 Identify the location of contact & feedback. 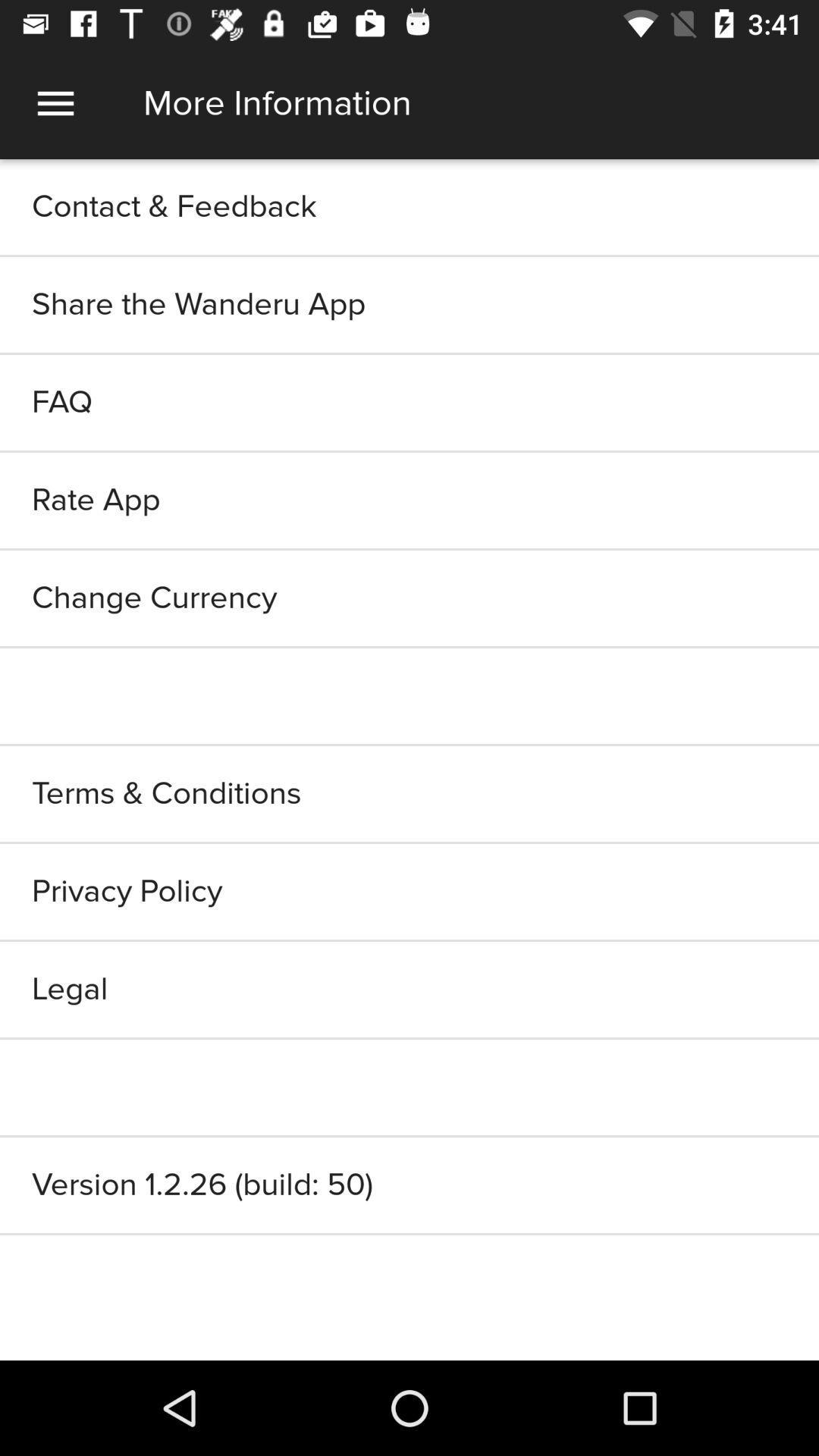
(409, 206).